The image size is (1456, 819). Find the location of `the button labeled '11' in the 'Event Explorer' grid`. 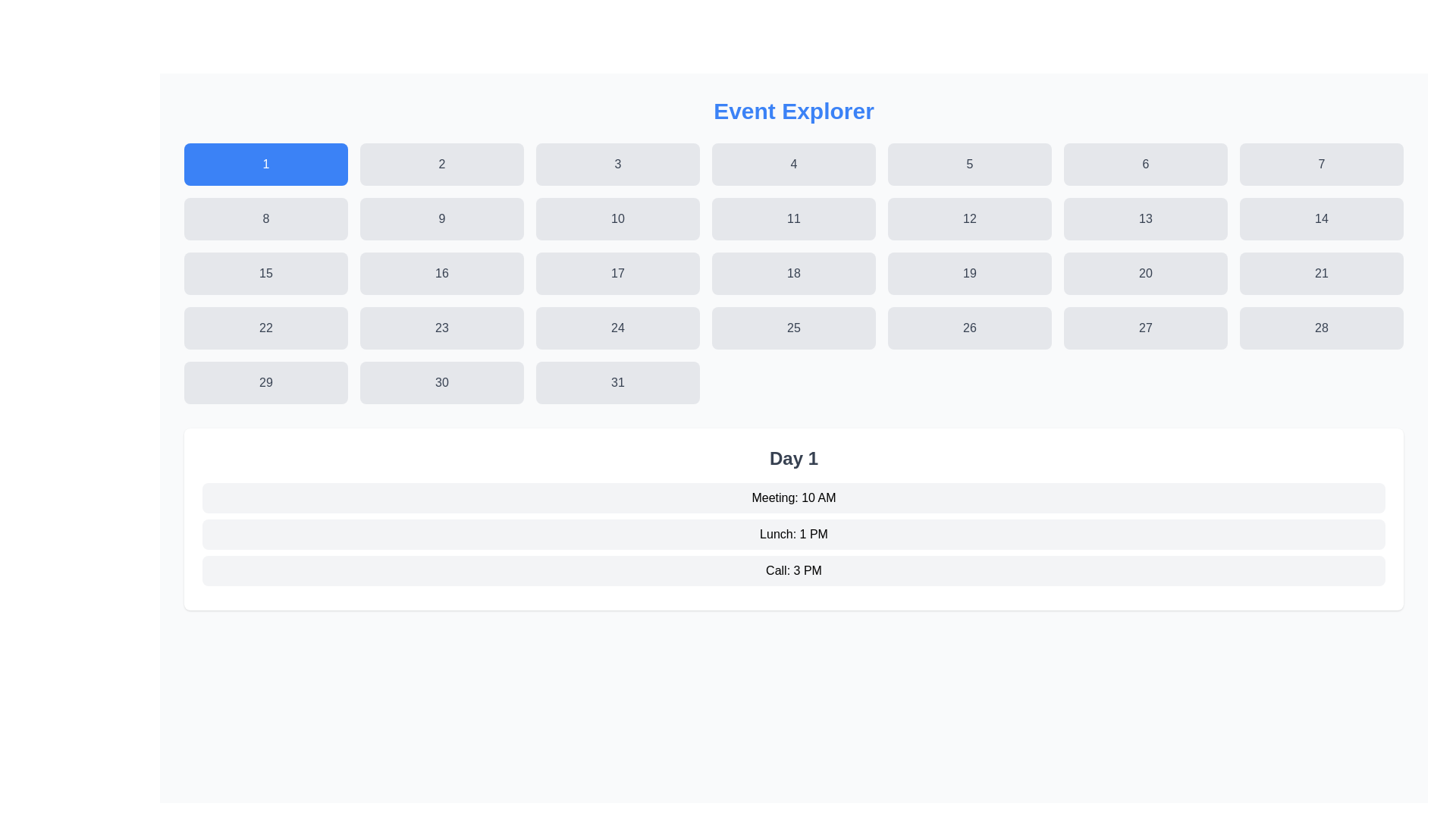

the button labeled '11' in the 'Event Explorer' grid is located at coordinates (792, 219).